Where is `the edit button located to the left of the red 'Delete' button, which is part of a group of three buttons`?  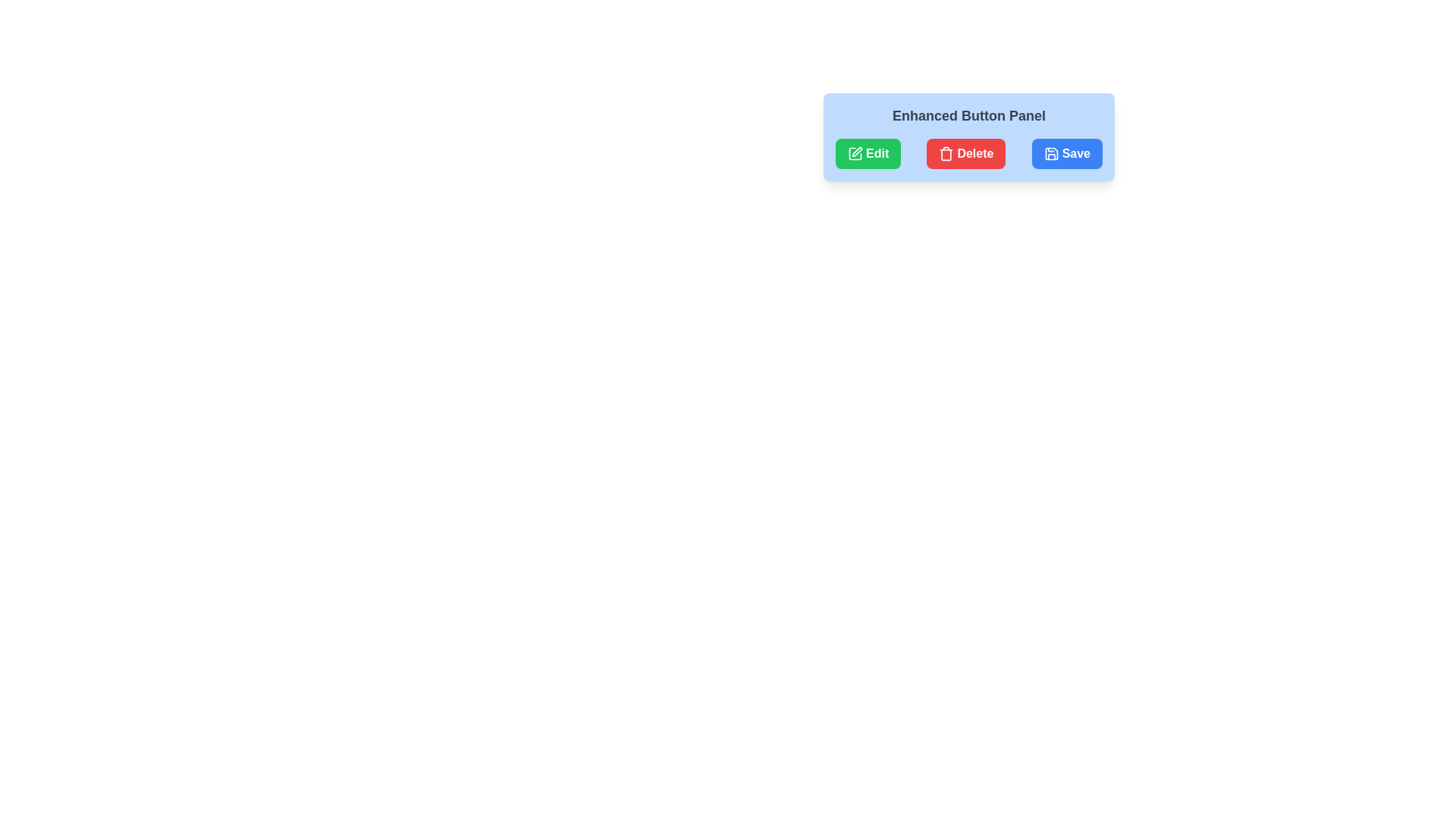 the edit button located to the left of the red 'Delete' button, which is part of a group of three buttons is located at coordinates (868, 154).